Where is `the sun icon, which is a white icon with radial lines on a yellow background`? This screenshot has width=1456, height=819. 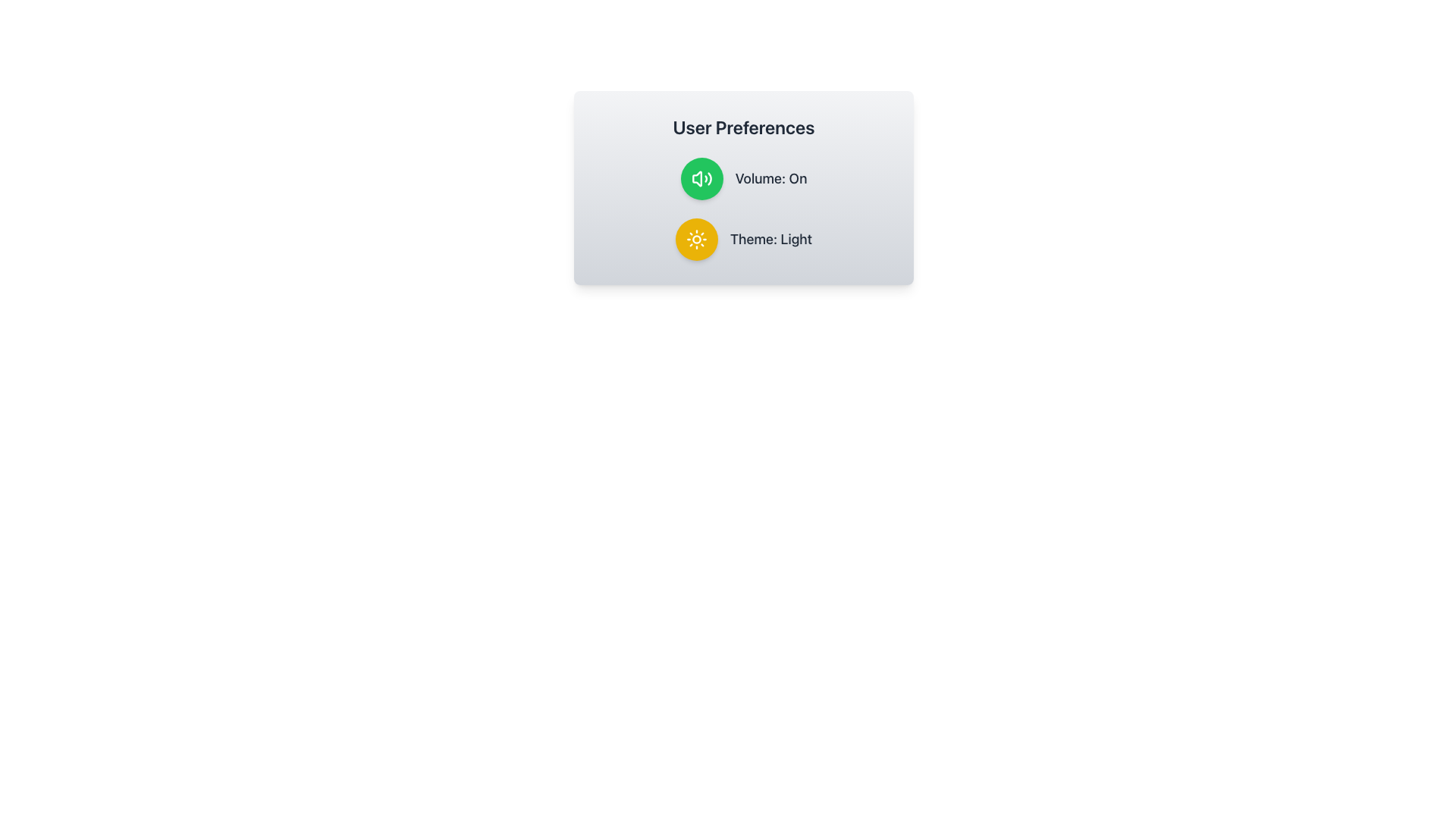
the sun icon, which is a white icon with radial lines on a yellow background is located at coordinates (695, 239).